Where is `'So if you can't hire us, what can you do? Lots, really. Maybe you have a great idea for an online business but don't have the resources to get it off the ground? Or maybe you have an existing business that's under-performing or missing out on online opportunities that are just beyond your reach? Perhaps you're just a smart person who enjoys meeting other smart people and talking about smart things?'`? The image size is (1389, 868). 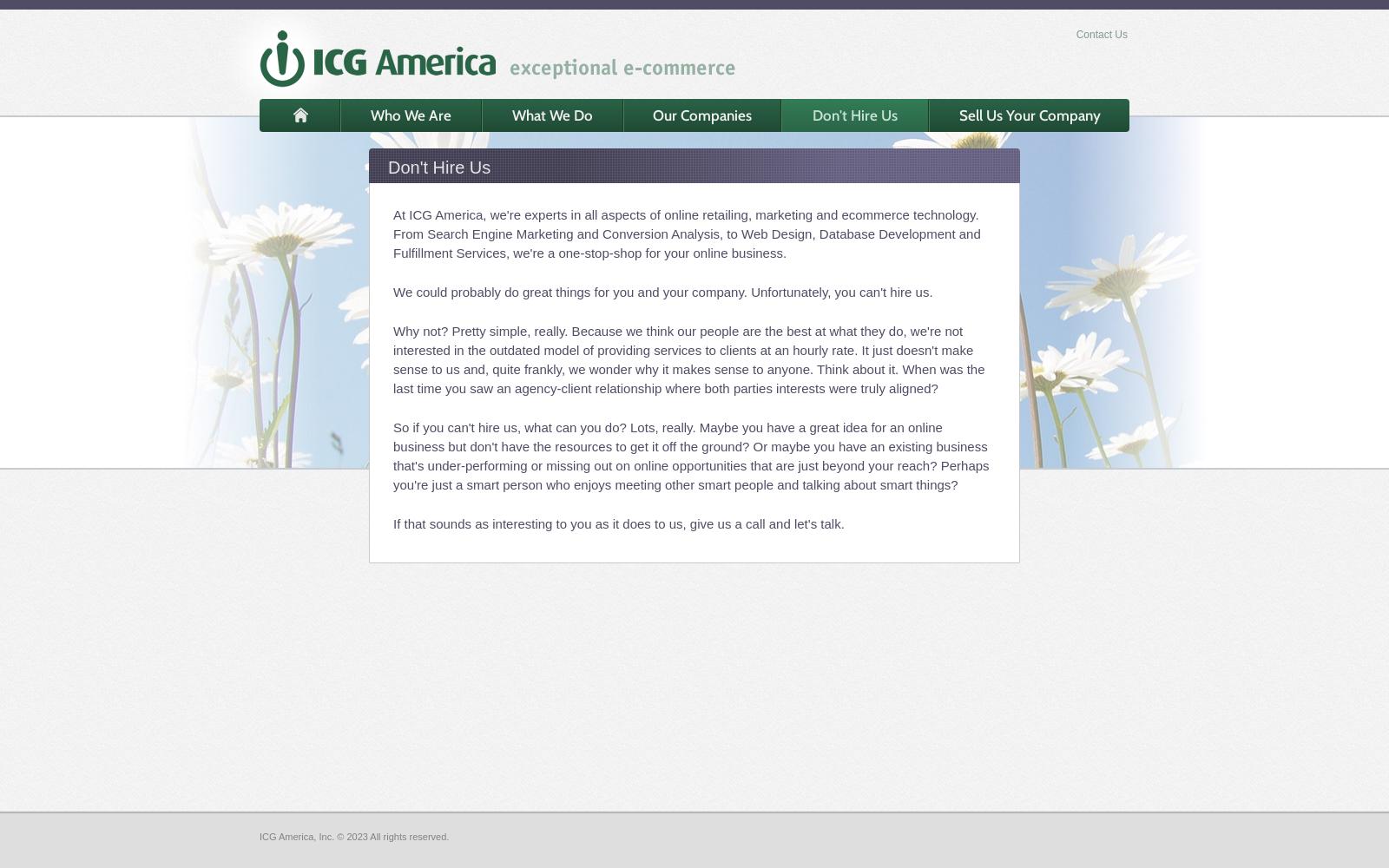 'So if you can't hire us, what can you do? Lots, really. Maybe you have a great idea for an online business but don't have the resources to get it off the ground? Or maybe you have an existing business that's under-performing or missing out on online opportunities that are just beyond your reach? Perhaps you're just a smart person who enjoys meeting other smart people and talking about smart things?' is located at coordinates (691, 456).